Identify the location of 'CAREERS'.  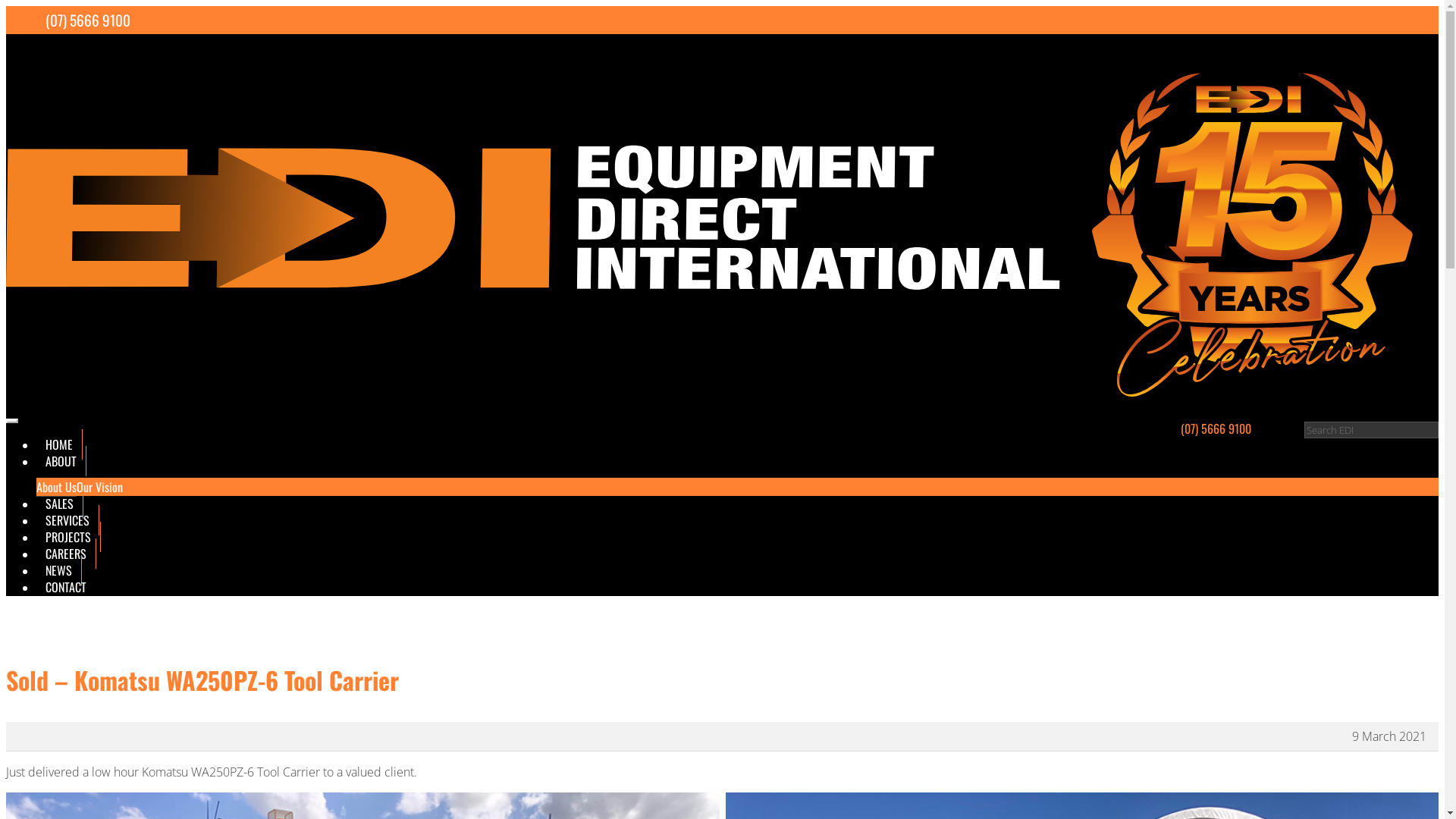
(65, 553).